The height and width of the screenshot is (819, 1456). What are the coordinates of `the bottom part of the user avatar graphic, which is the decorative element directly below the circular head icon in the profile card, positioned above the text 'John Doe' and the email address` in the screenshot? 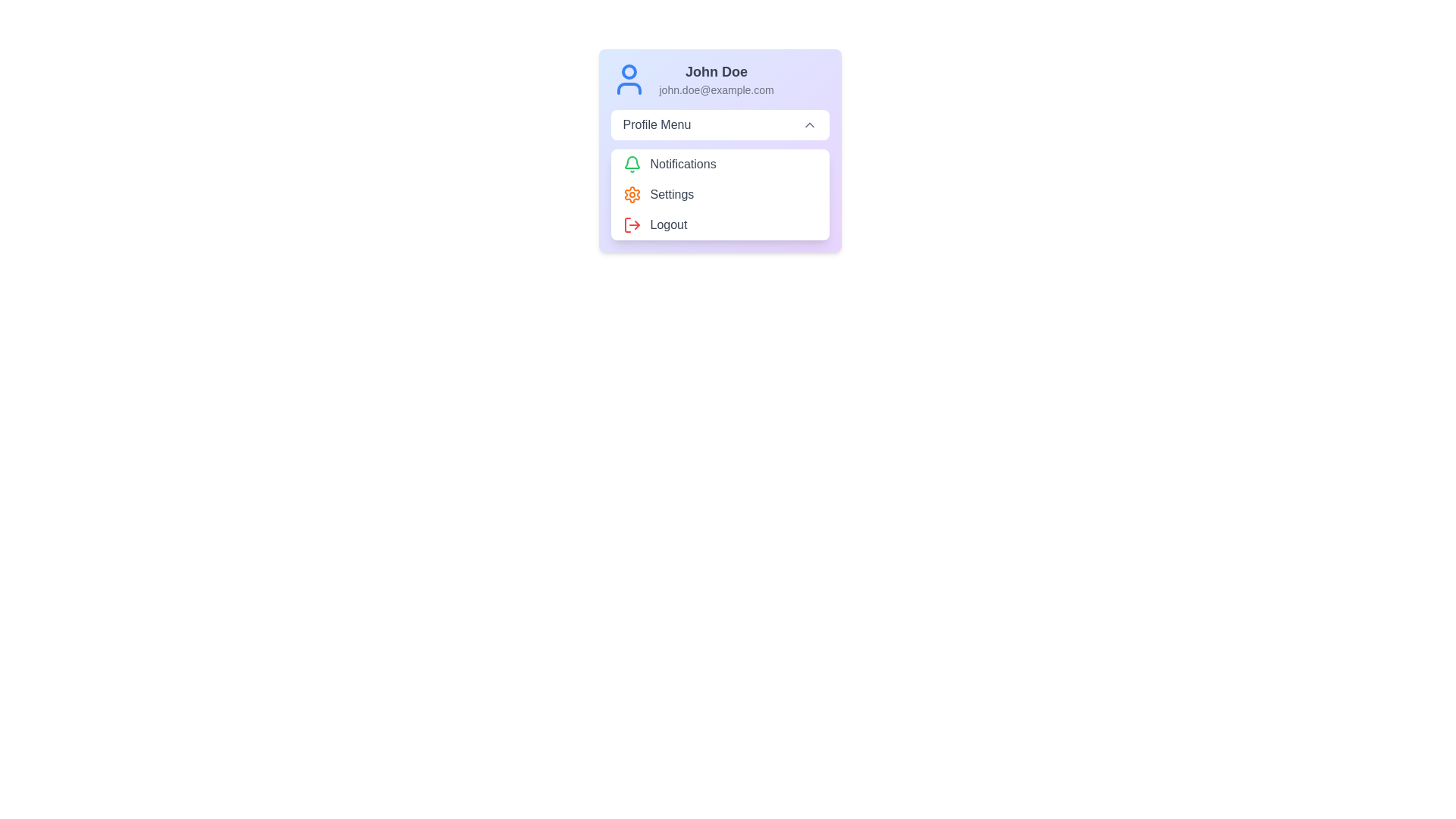 It's located at (629, 88).